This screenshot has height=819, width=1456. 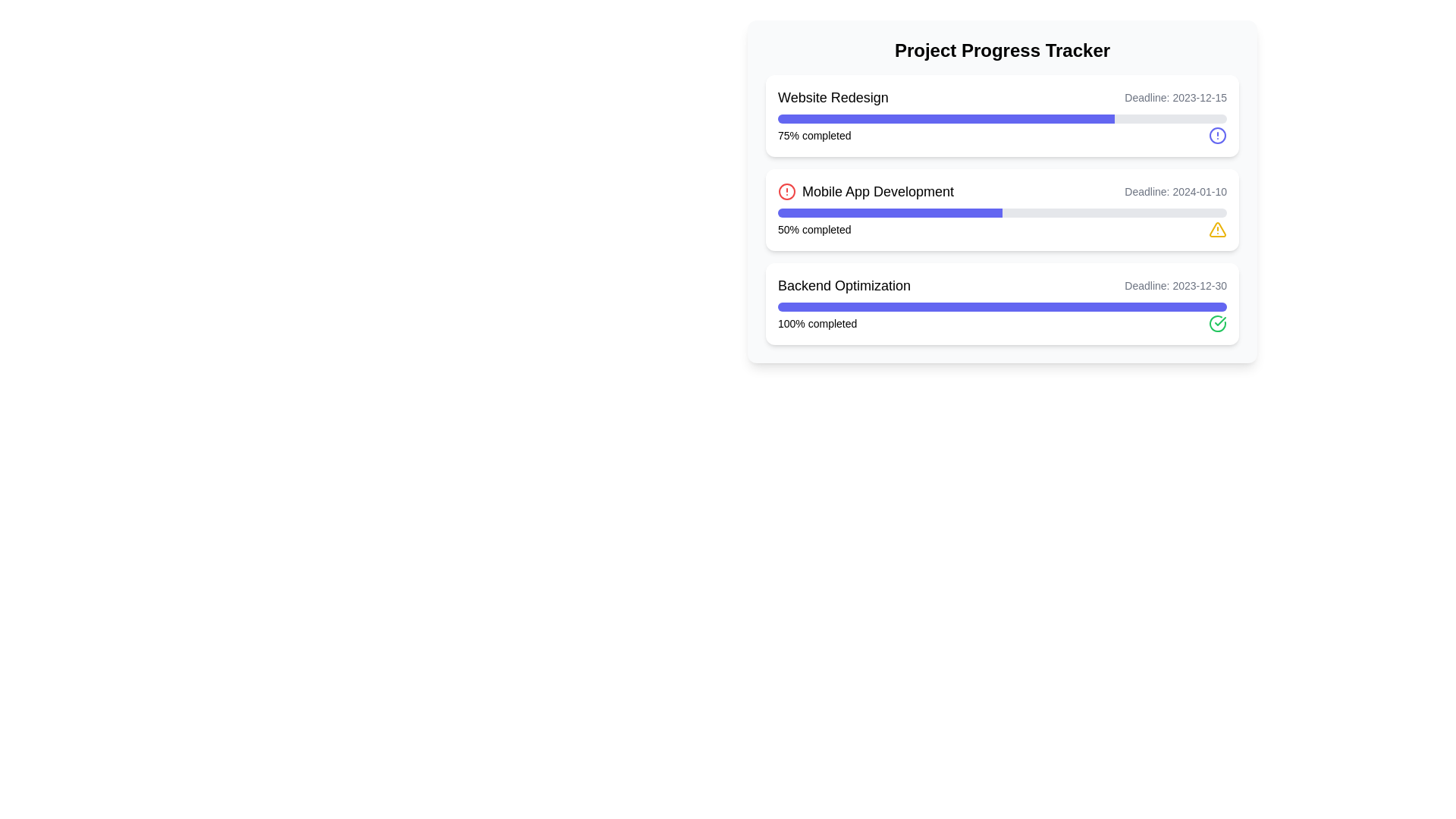 I want to click on the progress bar located below 'Website Redesign' and above '75% completed', which has a gray background and an indigo-filled section occupying 75% of its width, so click(x=1002, y=118).